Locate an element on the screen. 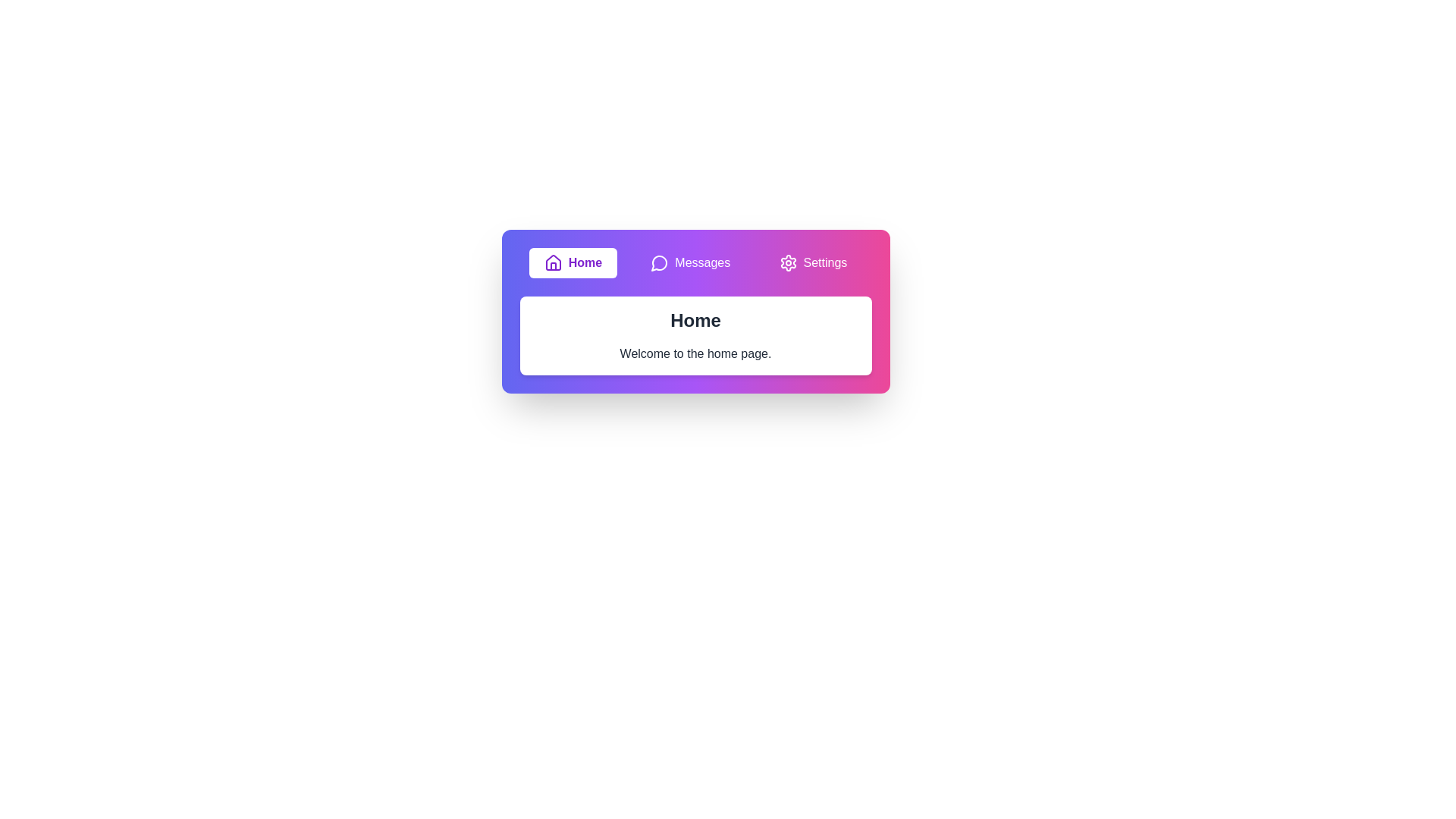 The image size is (1456, 819). the 'Home' icon located on the left side of the navigation bar in the gradient purple and pink header is located at coordinates (552, 262).